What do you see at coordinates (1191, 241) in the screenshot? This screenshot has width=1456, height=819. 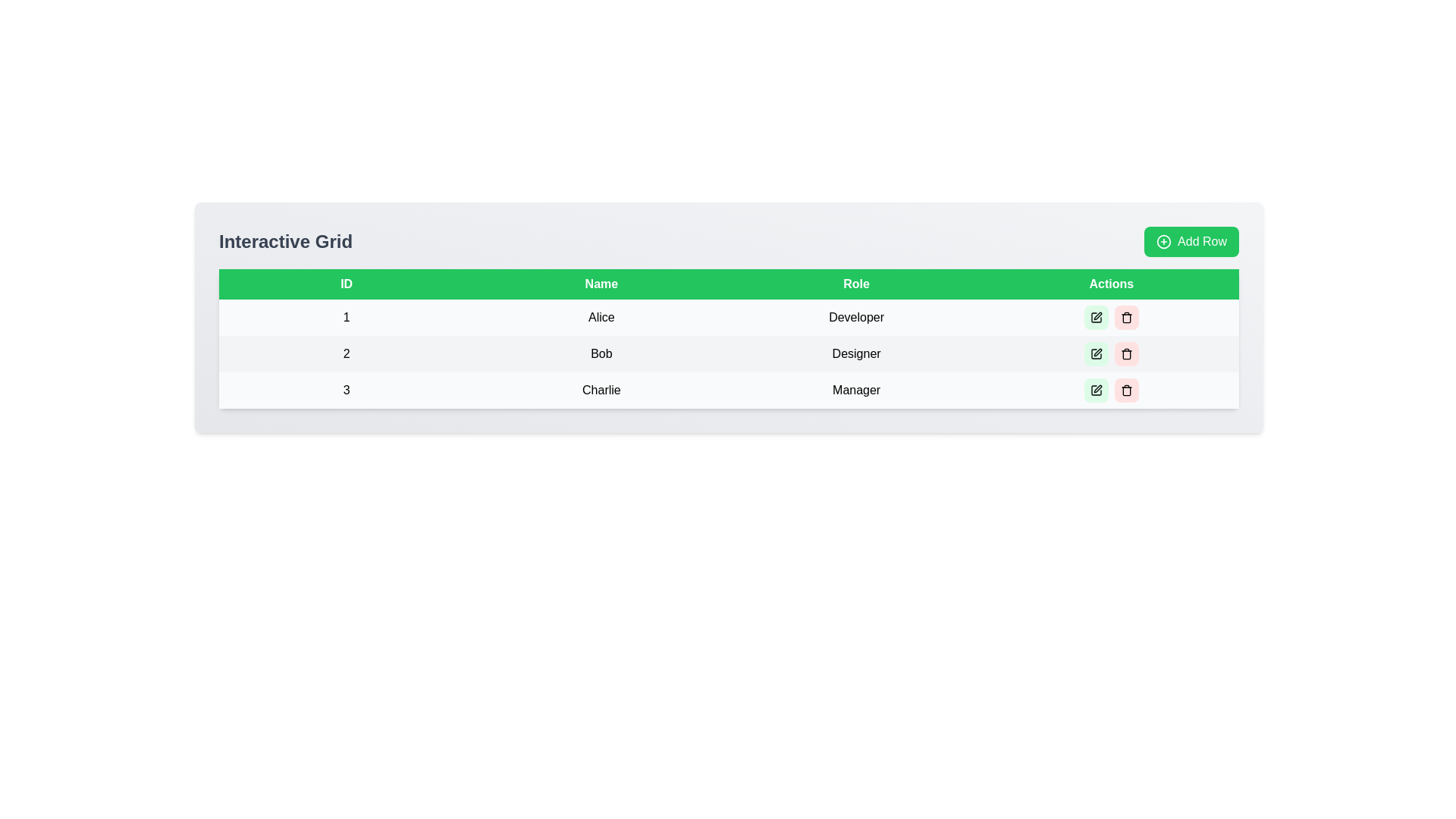 I see `the button located in the top-right corner of the 'Interactive Grid' section header` at bounding box center [1191, 241].